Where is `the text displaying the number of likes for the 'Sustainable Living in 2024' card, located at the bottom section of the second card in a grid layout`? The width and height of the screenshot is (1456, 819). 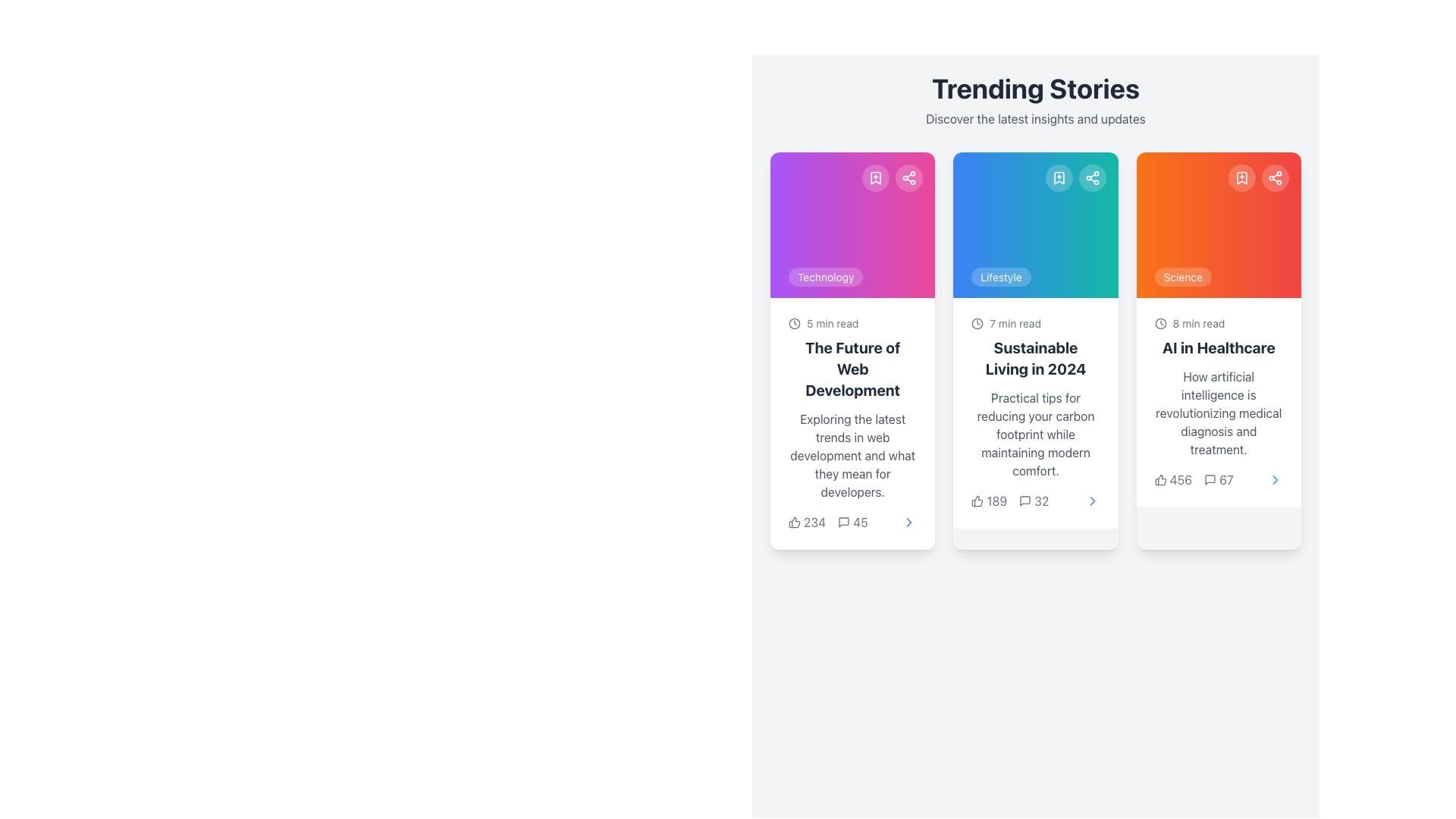 the text displaying the number of likes for the 'Sustainable Living in 2024' card, located at the bottom section of the second card in a grid layout is located at coordinates (996, 500).